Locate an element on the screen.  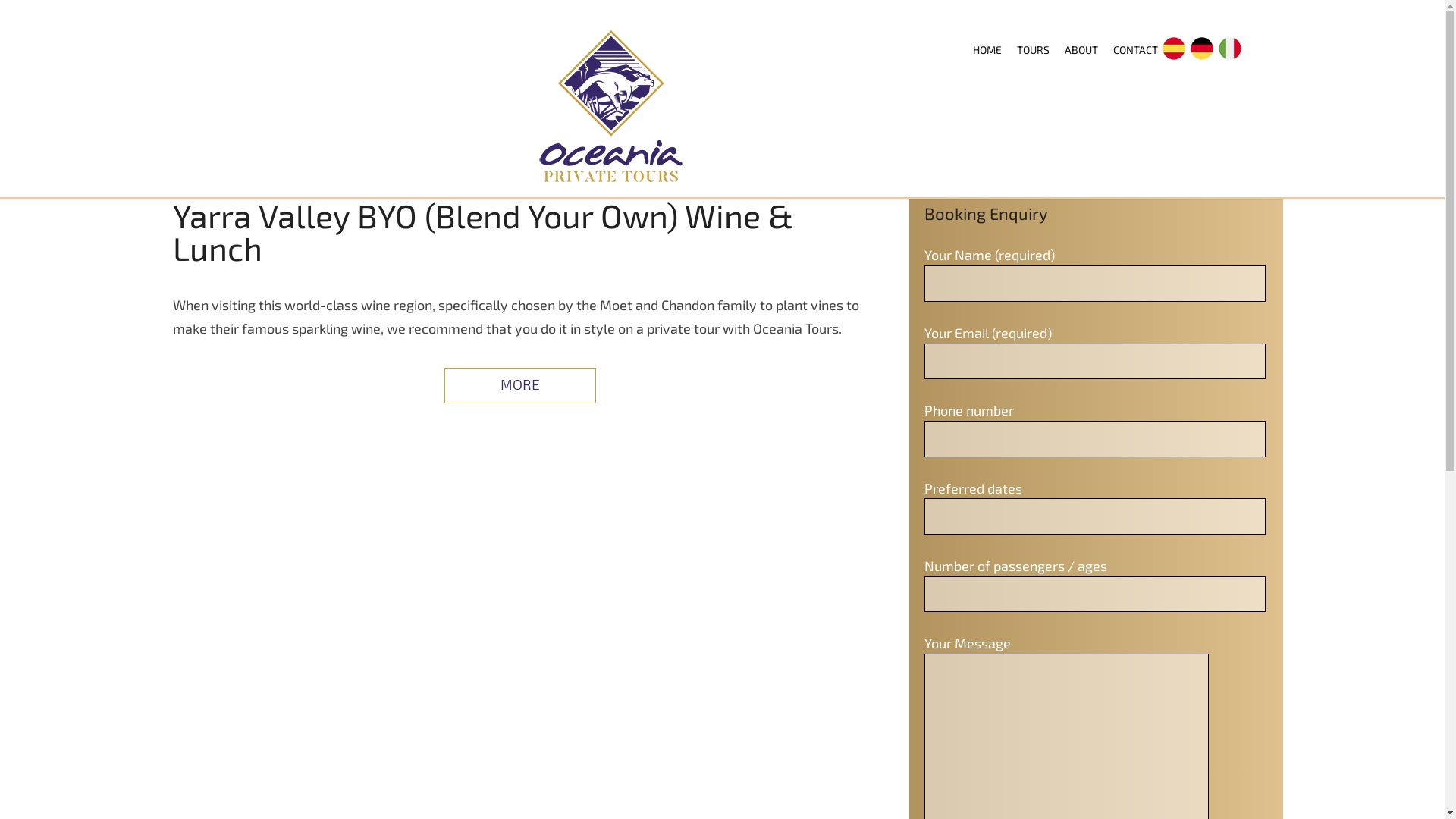
'CONTACT' is located at coordinates (1098, 49).